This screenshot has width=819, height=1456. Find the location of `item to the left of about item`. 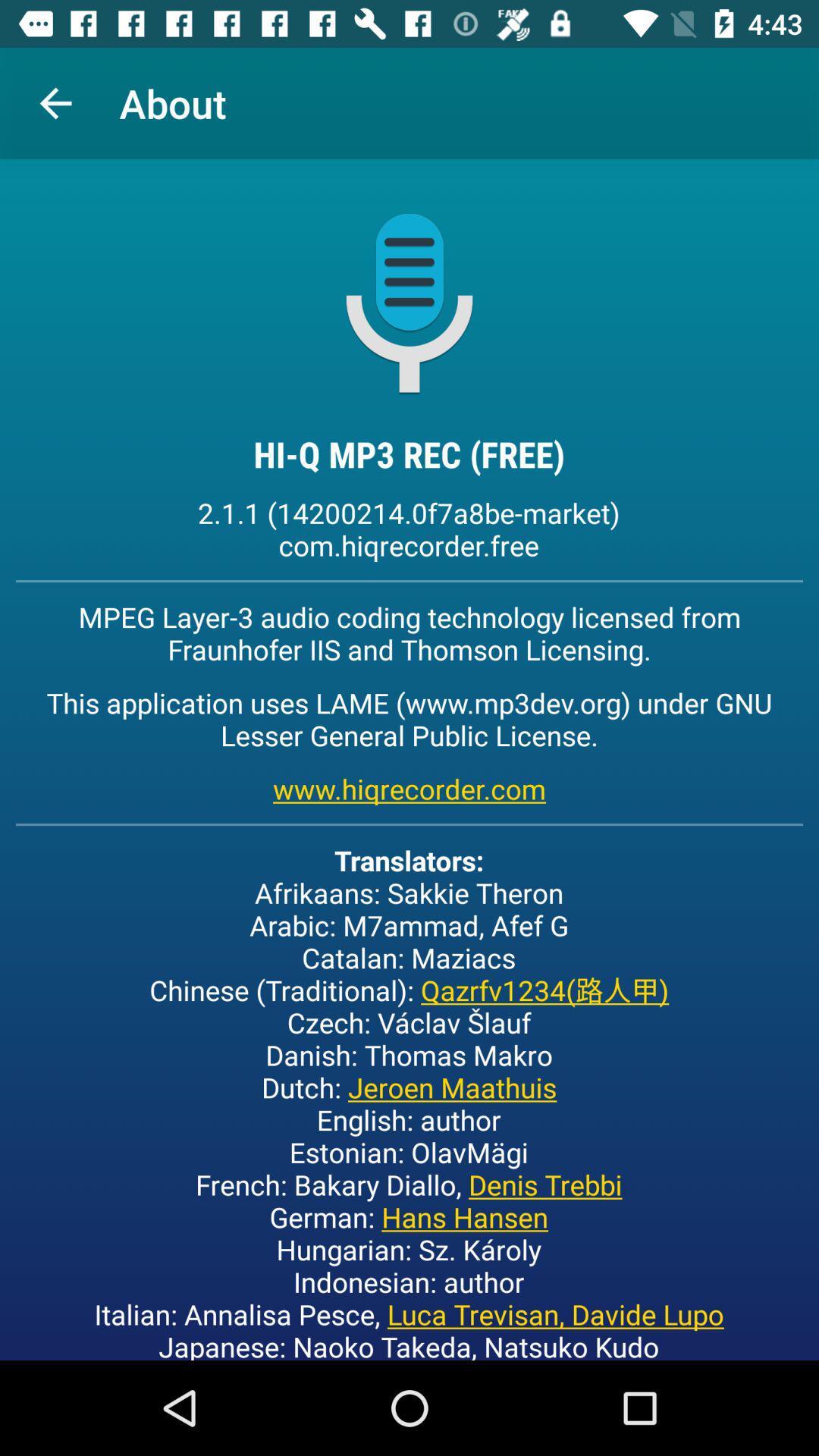

item to the left of about item is located at coordinates (55, 102).